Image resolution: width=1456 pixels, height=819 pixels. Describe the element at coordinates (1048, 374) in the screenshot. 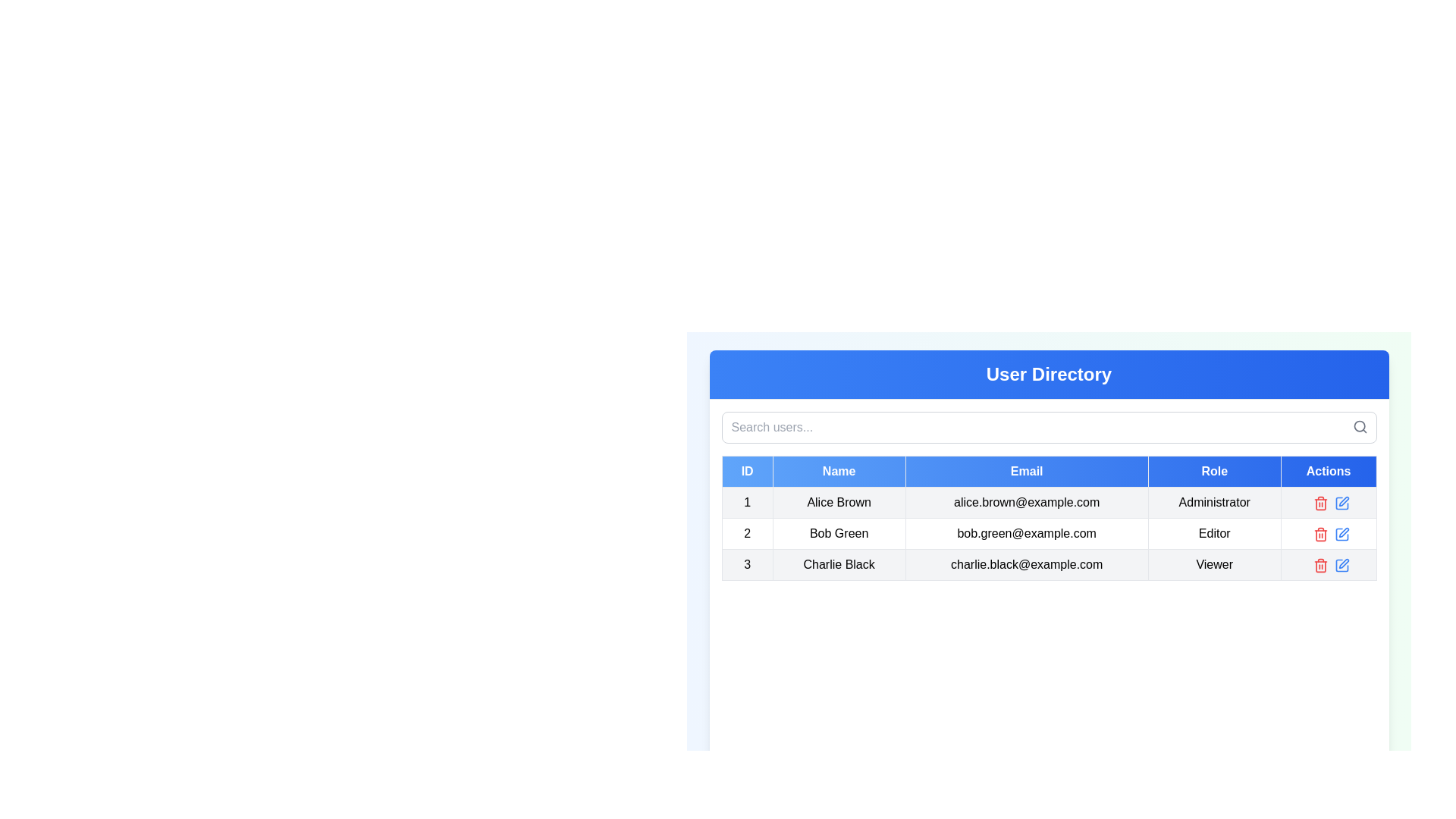

I see `the 'User Directory' header label located in the top header section of the interface` at that location.